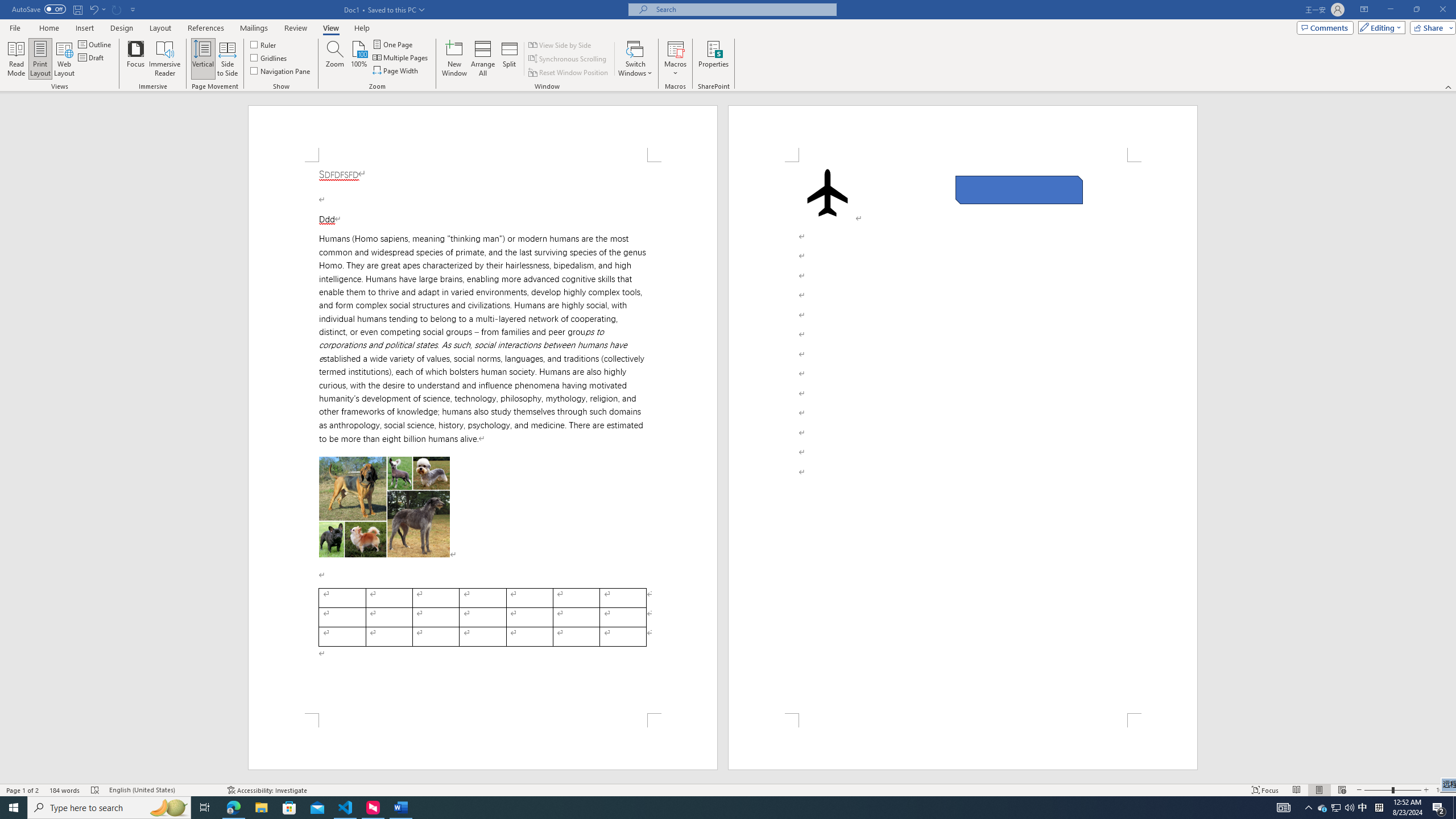 This screenshot has width=1456, height=819. Describe the element at coordinates (289, 806) in the screenshot. I see `'Microsoft Store'` at that location.